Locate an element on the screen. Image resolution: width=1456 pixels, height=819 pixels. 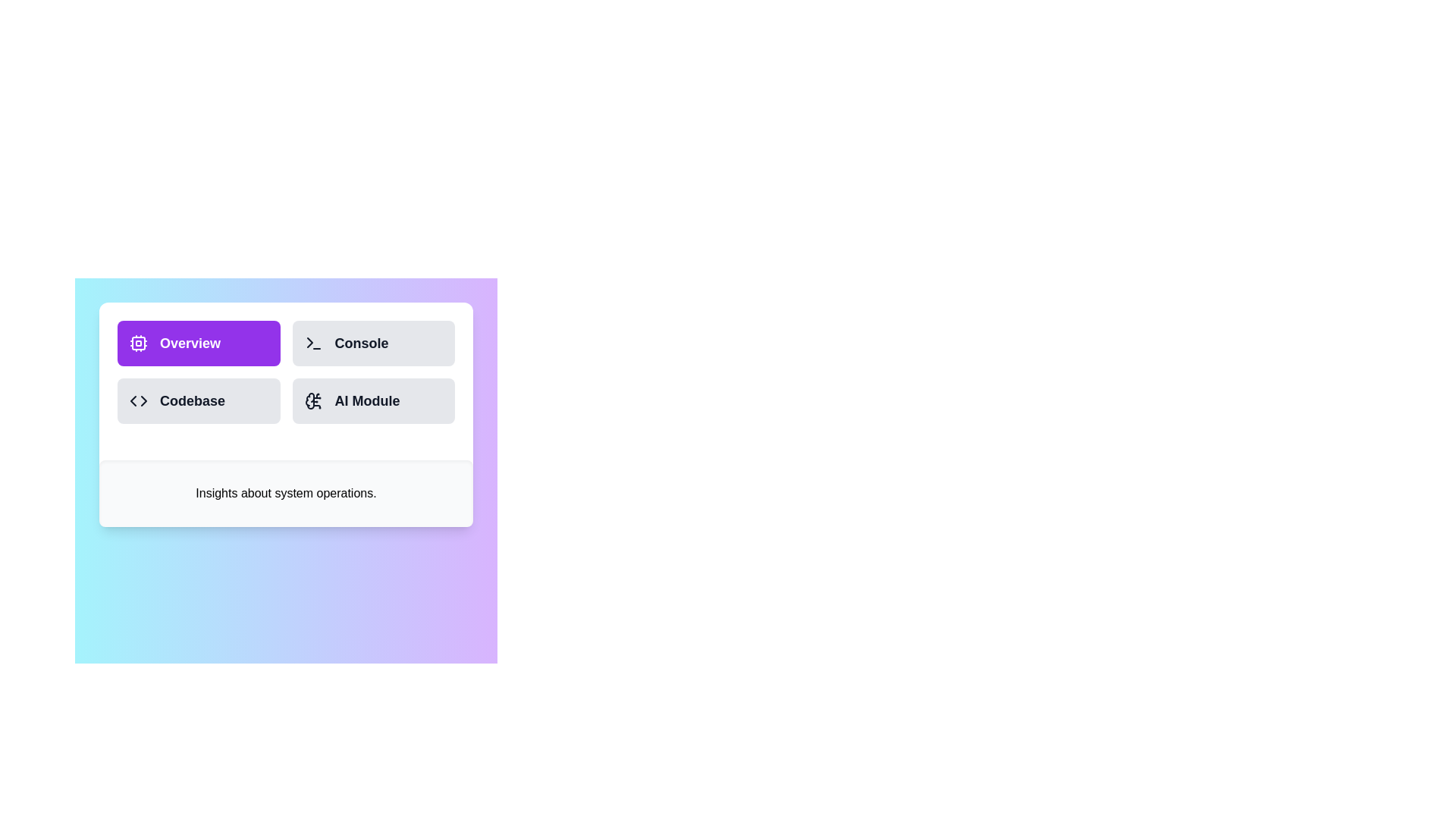
the Console menu button to observe its transition animation is located at coordinates (373, 343).